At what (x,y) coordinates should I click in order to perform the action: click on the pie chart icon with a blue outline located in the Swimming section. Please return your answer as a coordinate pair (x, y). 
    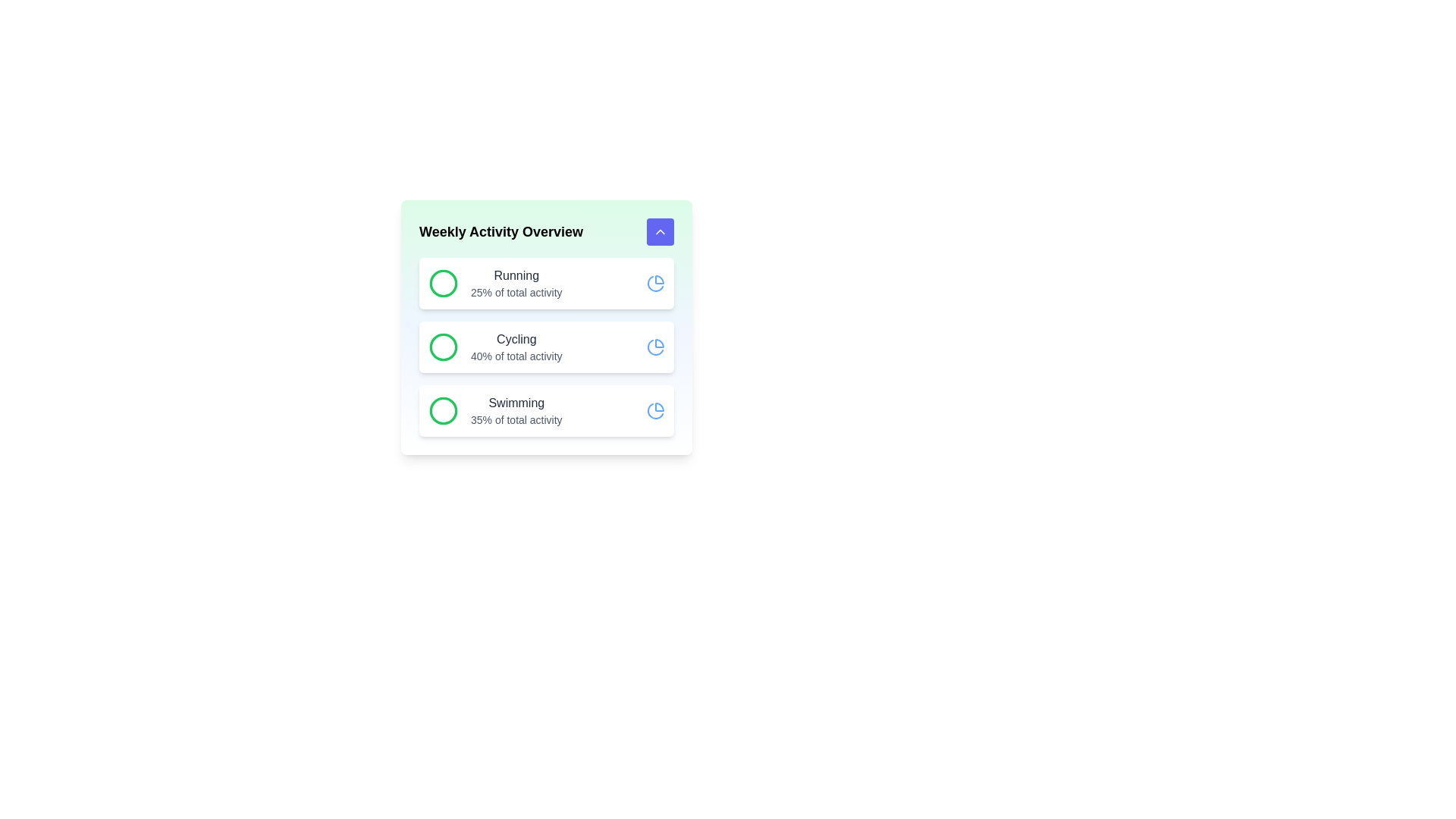
    Looking at the image, I should click on (655, 411).